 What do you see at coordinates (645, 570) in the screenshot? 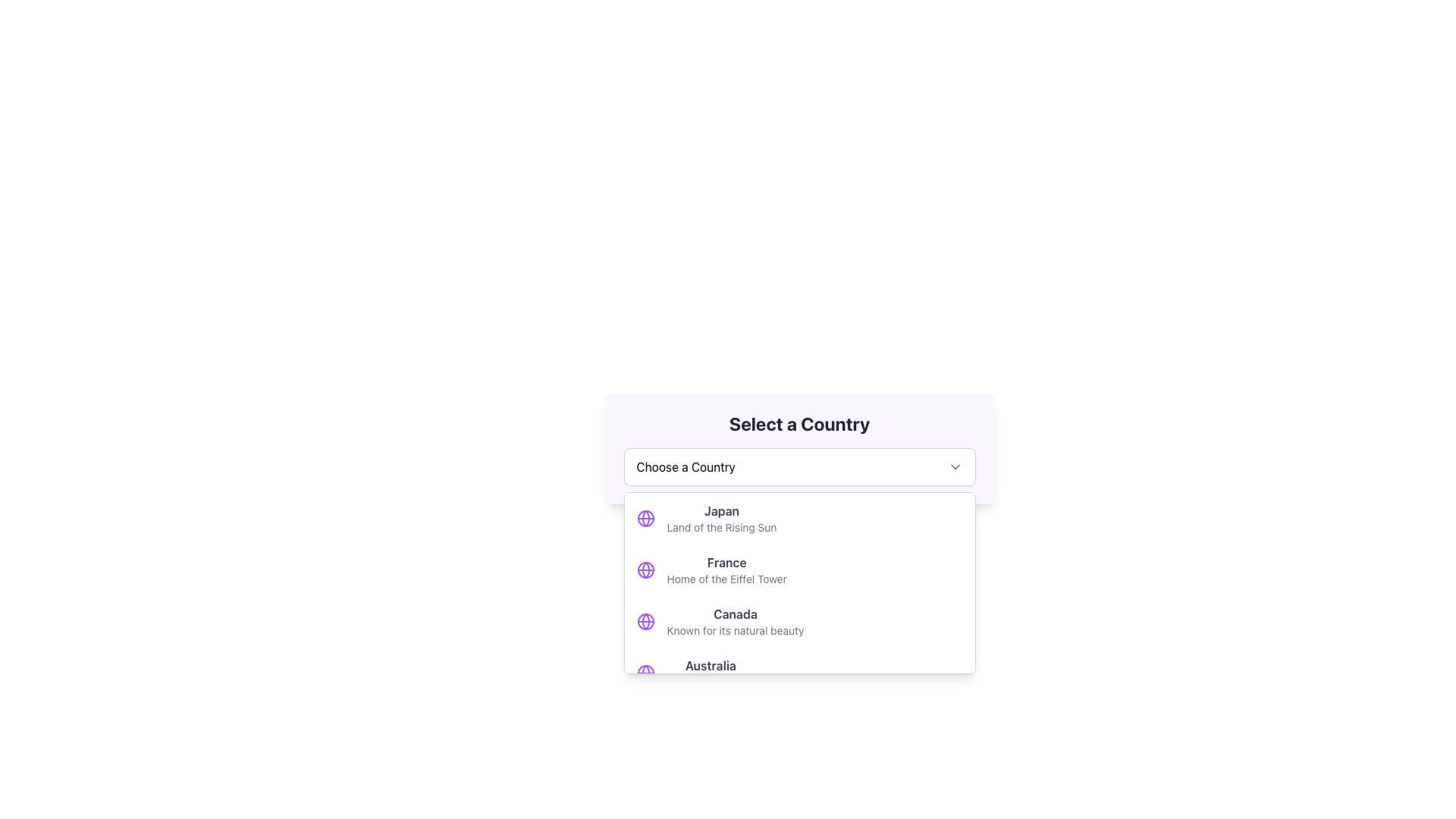
I see `the purple globe icon representing 'France' in the country selection dropdown, which is located to the far left of the text 'France Home of the Eiffel Tower'` at bounding box center [645, 570].